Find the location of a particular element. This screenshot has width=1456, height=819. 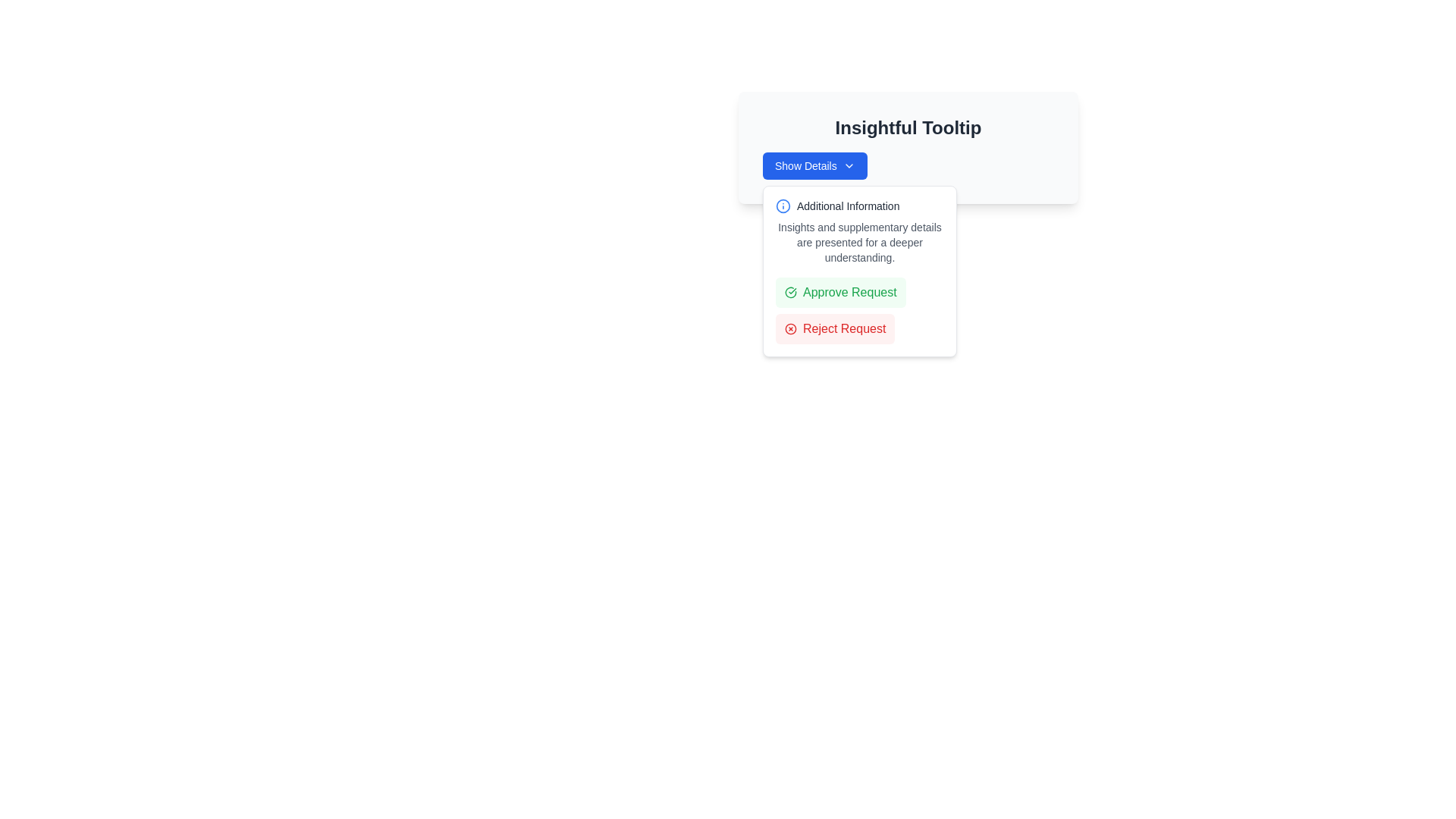

the green button labeled 'Approve Request' with a checkmark icon to approve is located at coordinates (839, 292).